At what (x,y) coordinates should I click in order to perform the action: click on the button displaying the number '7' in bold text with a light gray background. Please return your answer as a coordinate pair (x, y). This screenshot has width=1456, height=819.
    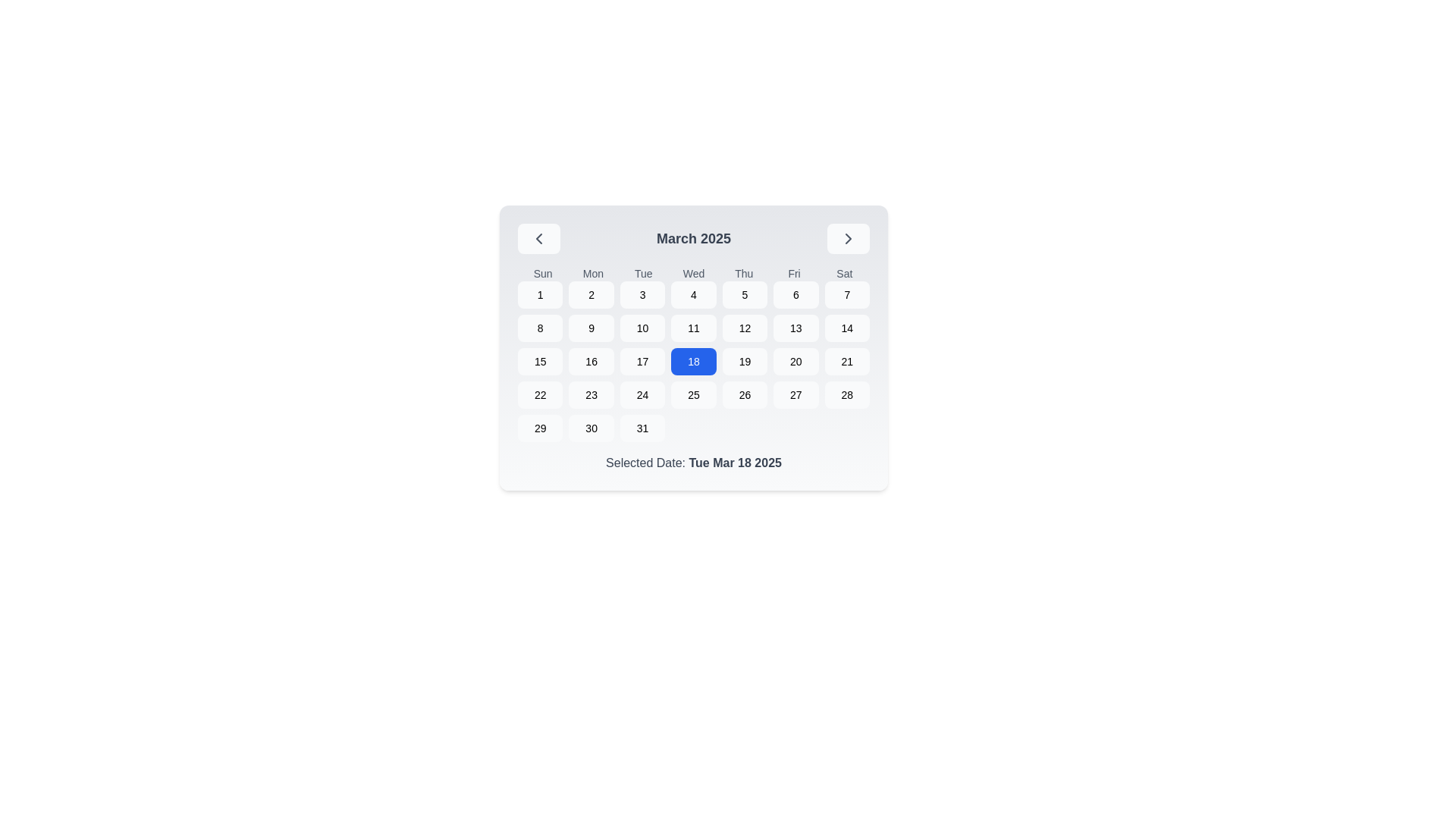
    Looking at the image, I should click on (846, 295).